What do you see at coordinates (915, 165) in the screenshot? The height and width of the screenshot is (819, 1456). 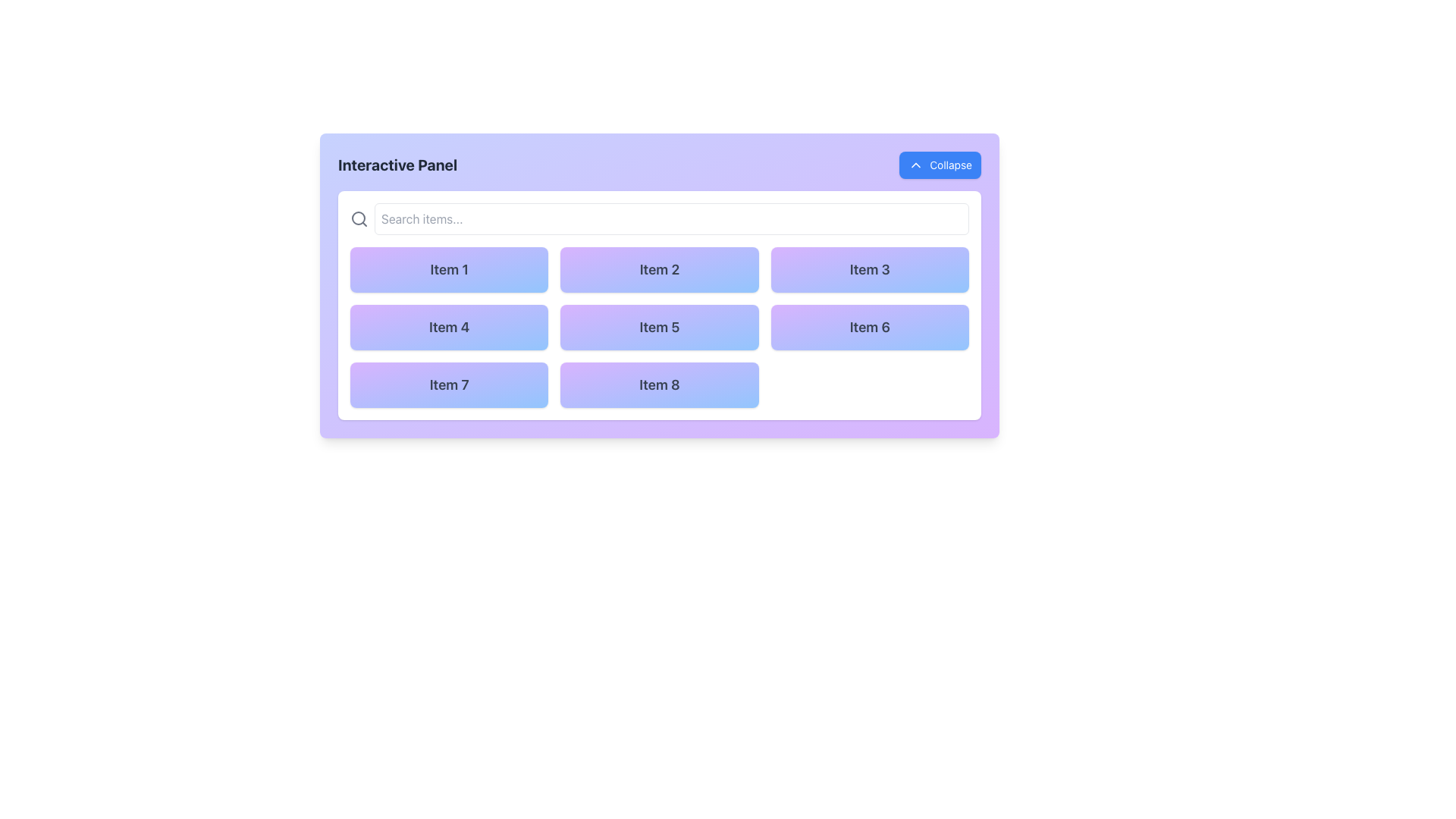 I see `the upward-facing chevron icon inside the blue 'Collapse' button in the top-right corner of the interface` at bounding box center [915, 165].